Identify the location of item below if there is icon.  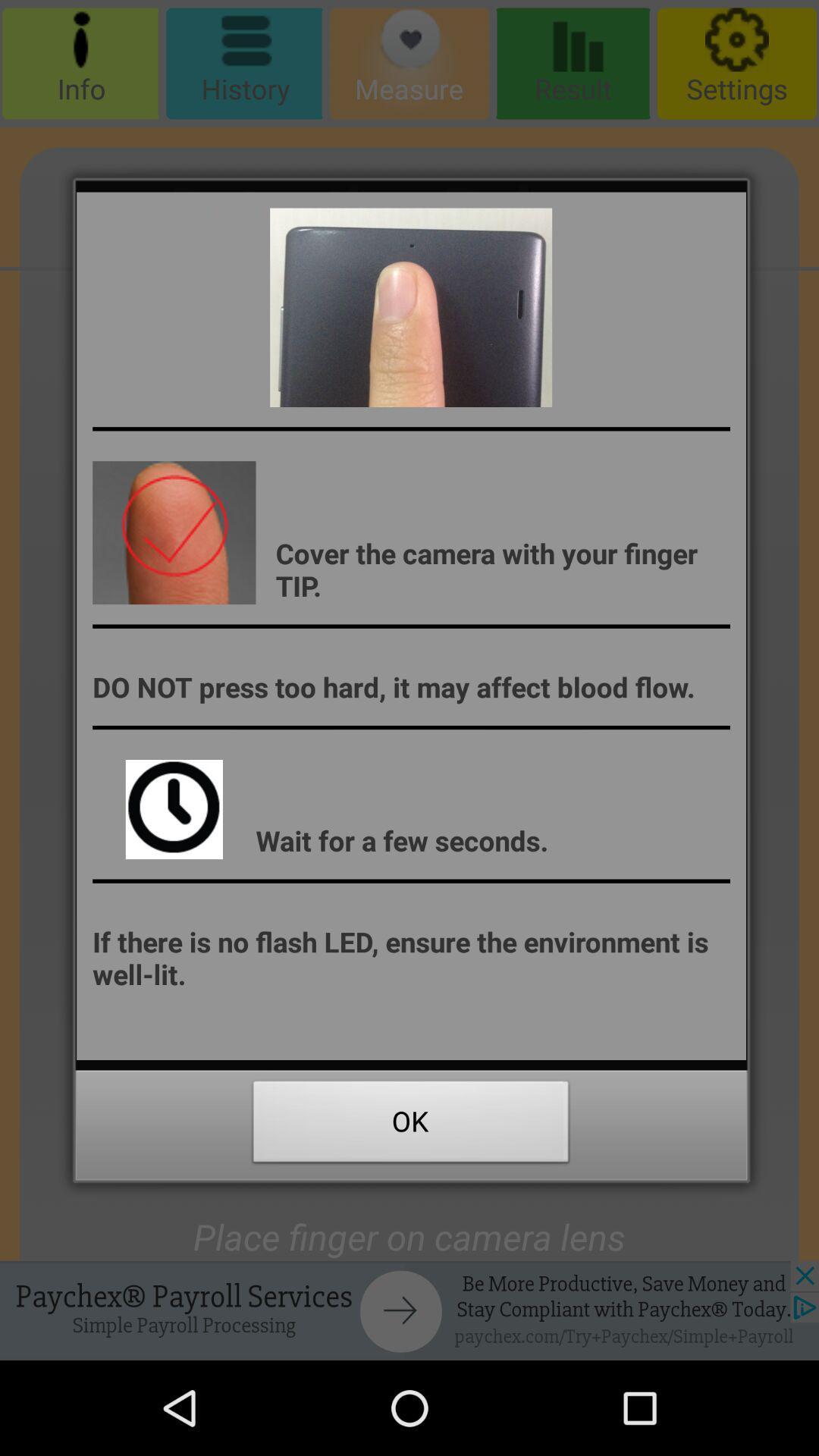
(411, 1125).